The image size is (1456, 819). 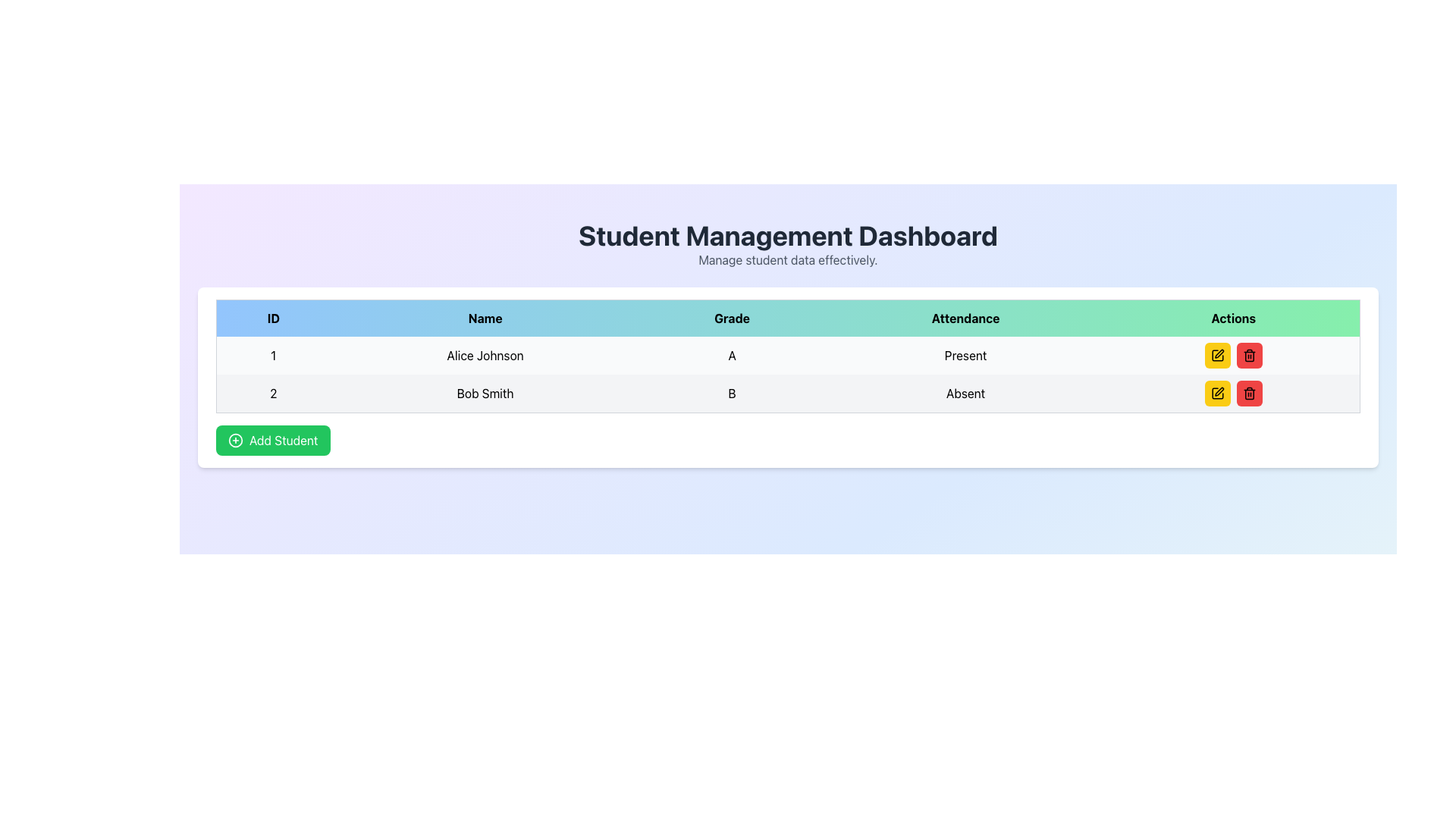 What do you see at coordinates (273, 393) in the screenshot?
I see `the cell displaying the value '2' in the second row of the table under the 'ID' column` at bounding box center [273, 393].